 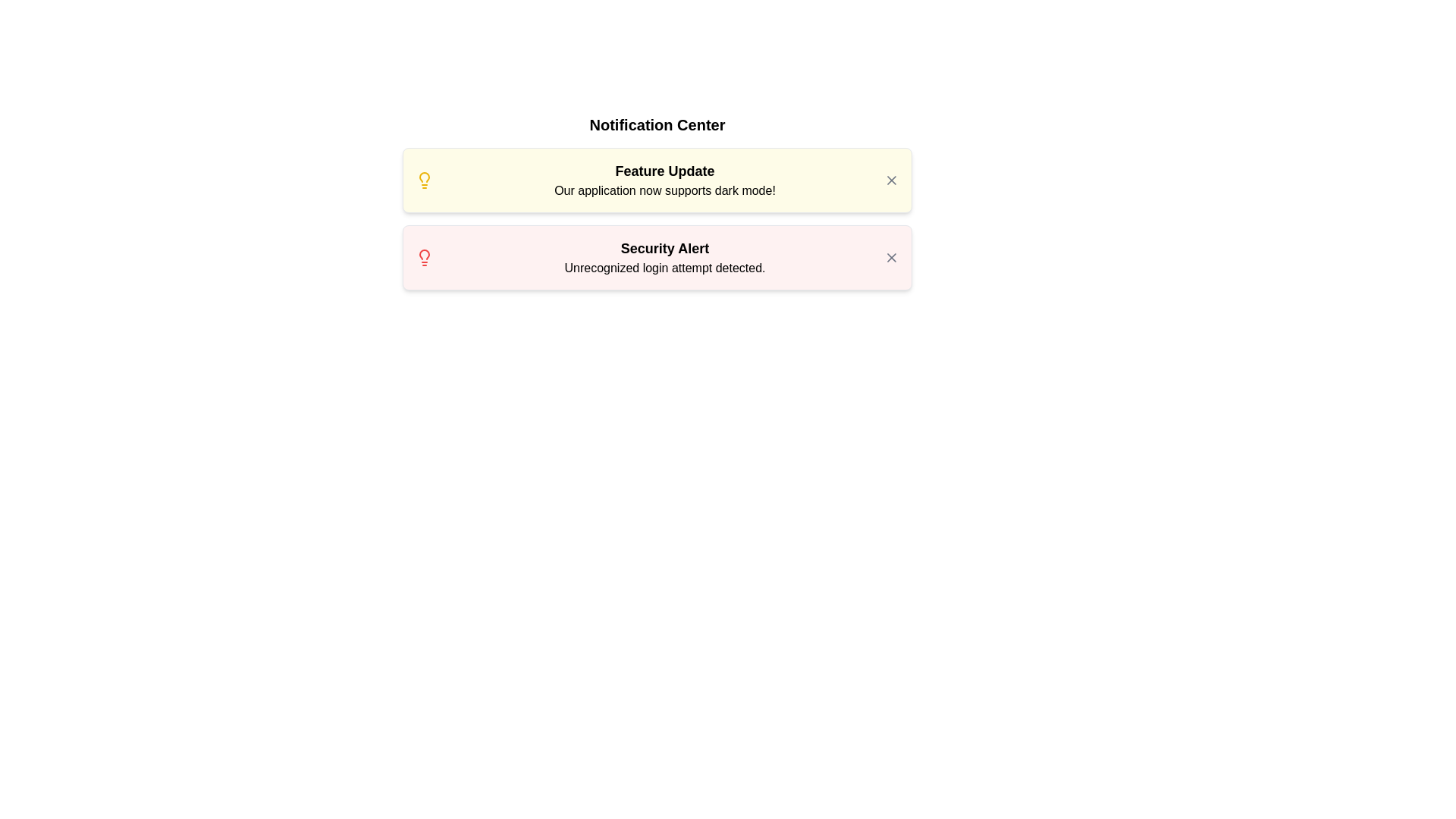 I want to click on the Text Display element containing the header 'Feature Update' and the description 'Our application now supports dark mode!' located near the top center of the notification list panel, so click(x=665, y=180).